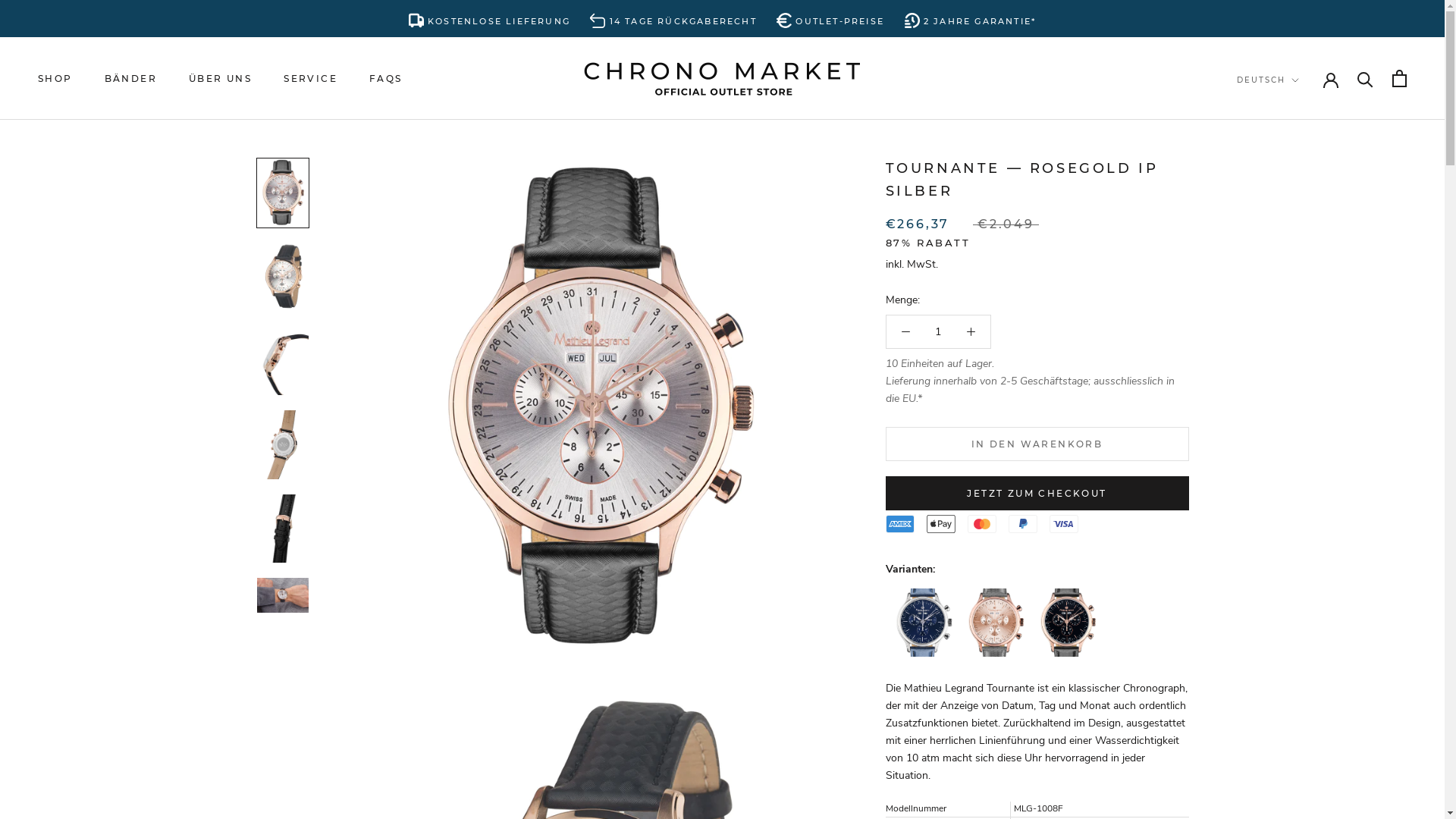  Describe the element at coordinates (1037, 493) in the screenshot. I see `'JETZT ZUM CHECKOUT'` at that location.